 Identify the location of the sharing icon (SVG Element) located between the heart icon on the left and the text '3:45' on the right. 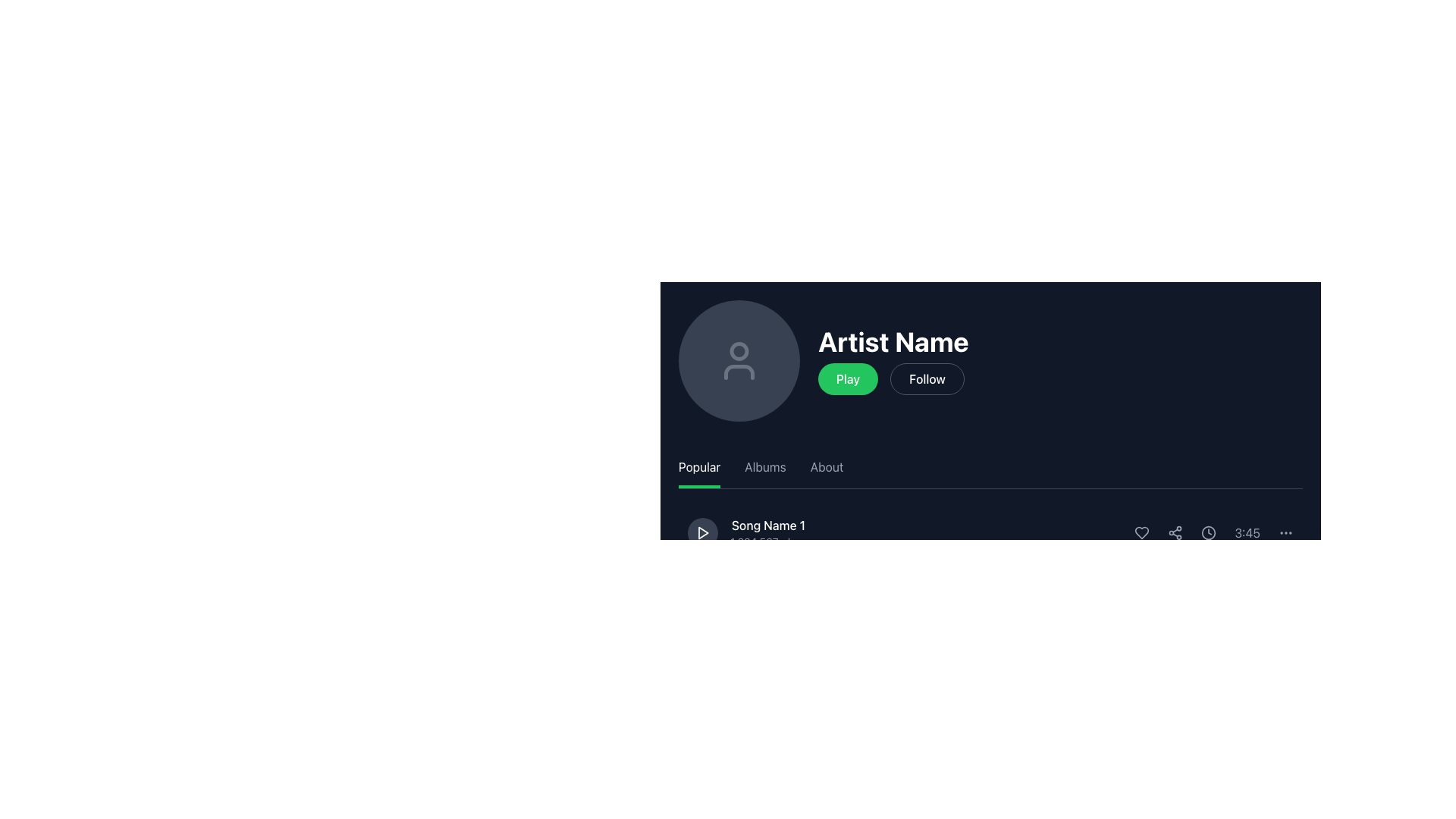
(1175, 532).